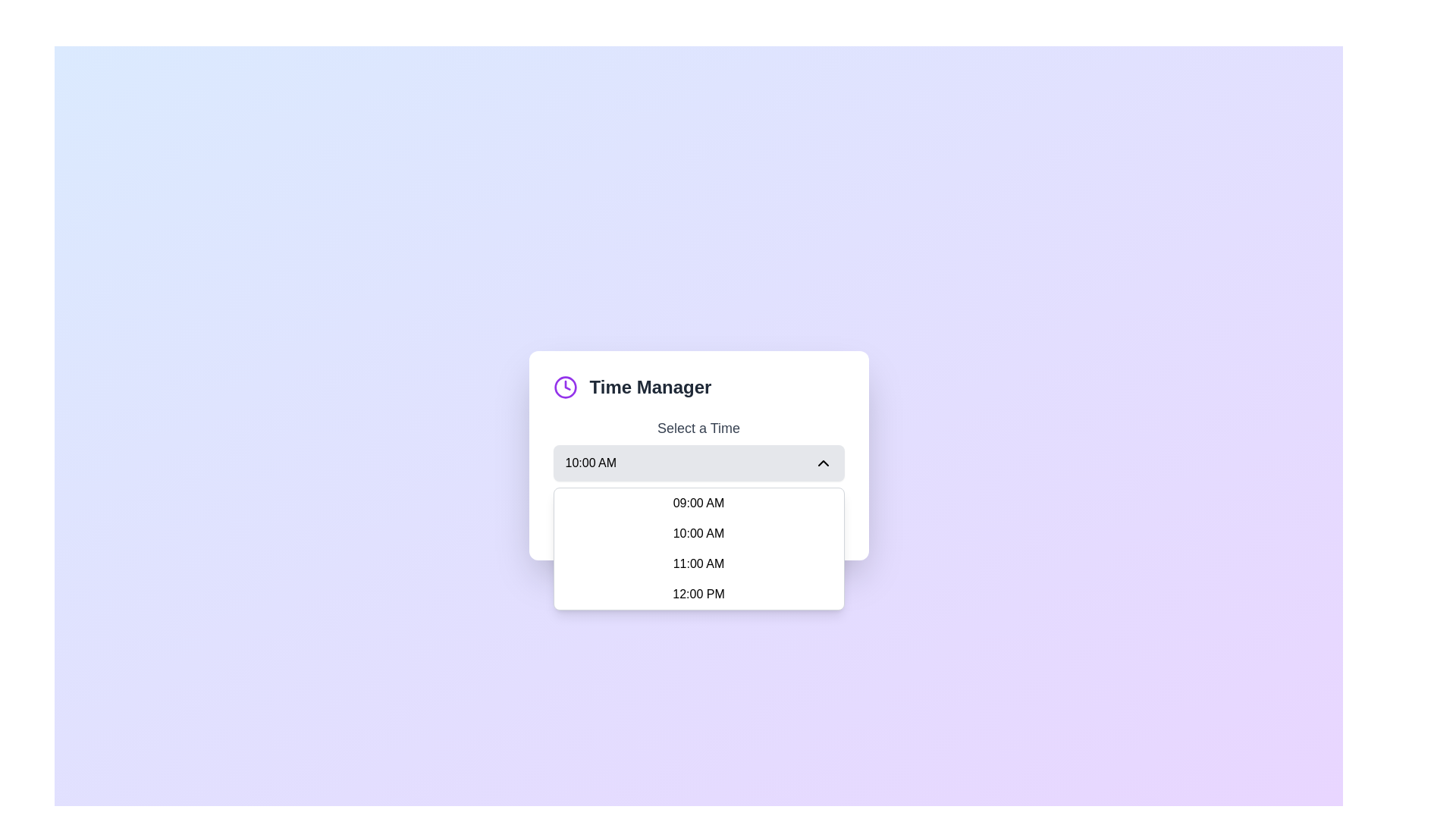  I want to click on the second option in the dropdown menu, so click(698, 533).